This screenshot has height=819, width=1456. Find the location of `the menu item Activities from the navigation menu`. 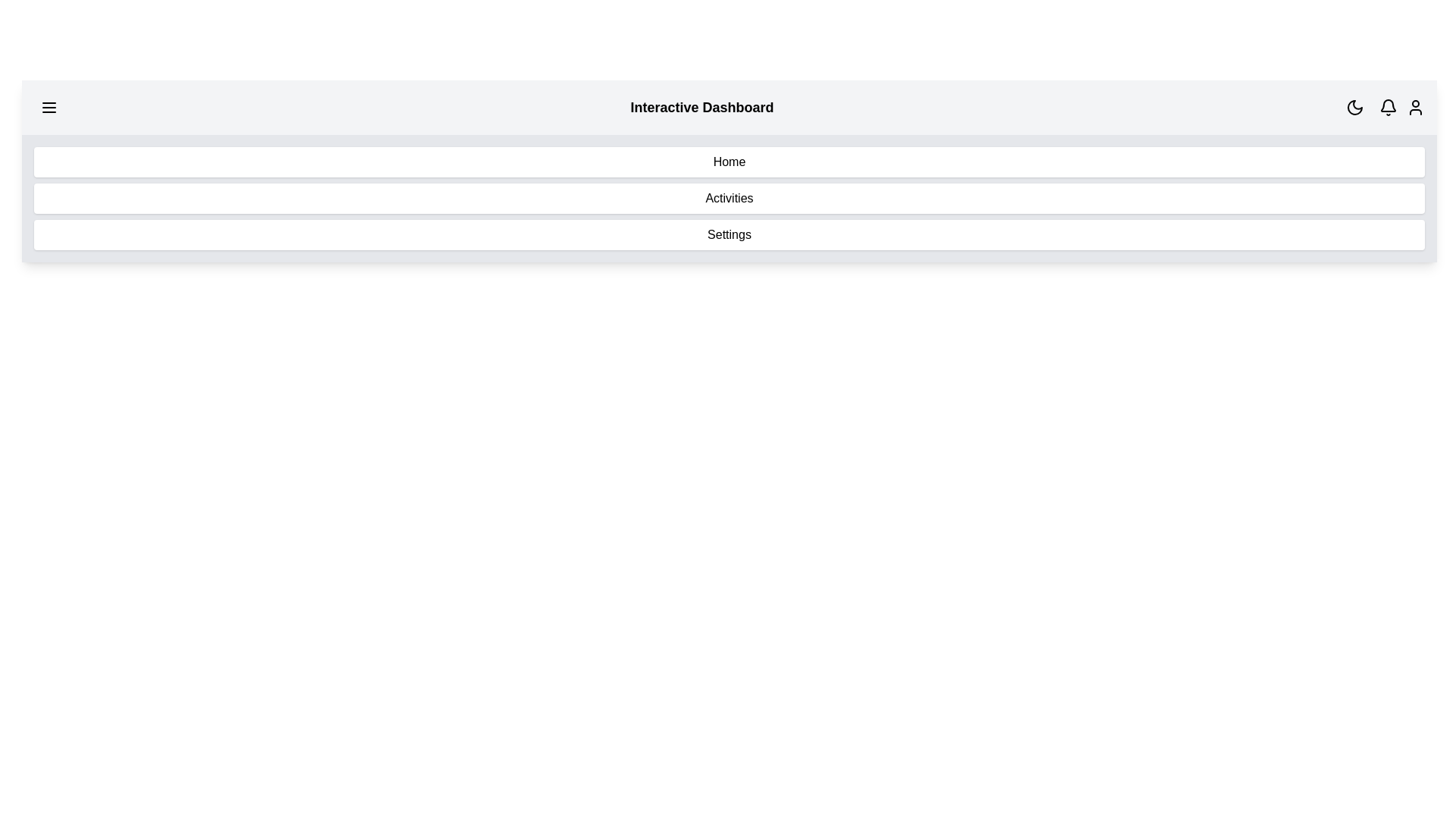

the menu item Activities from the navigation menu is located at coordinates (729, 198).